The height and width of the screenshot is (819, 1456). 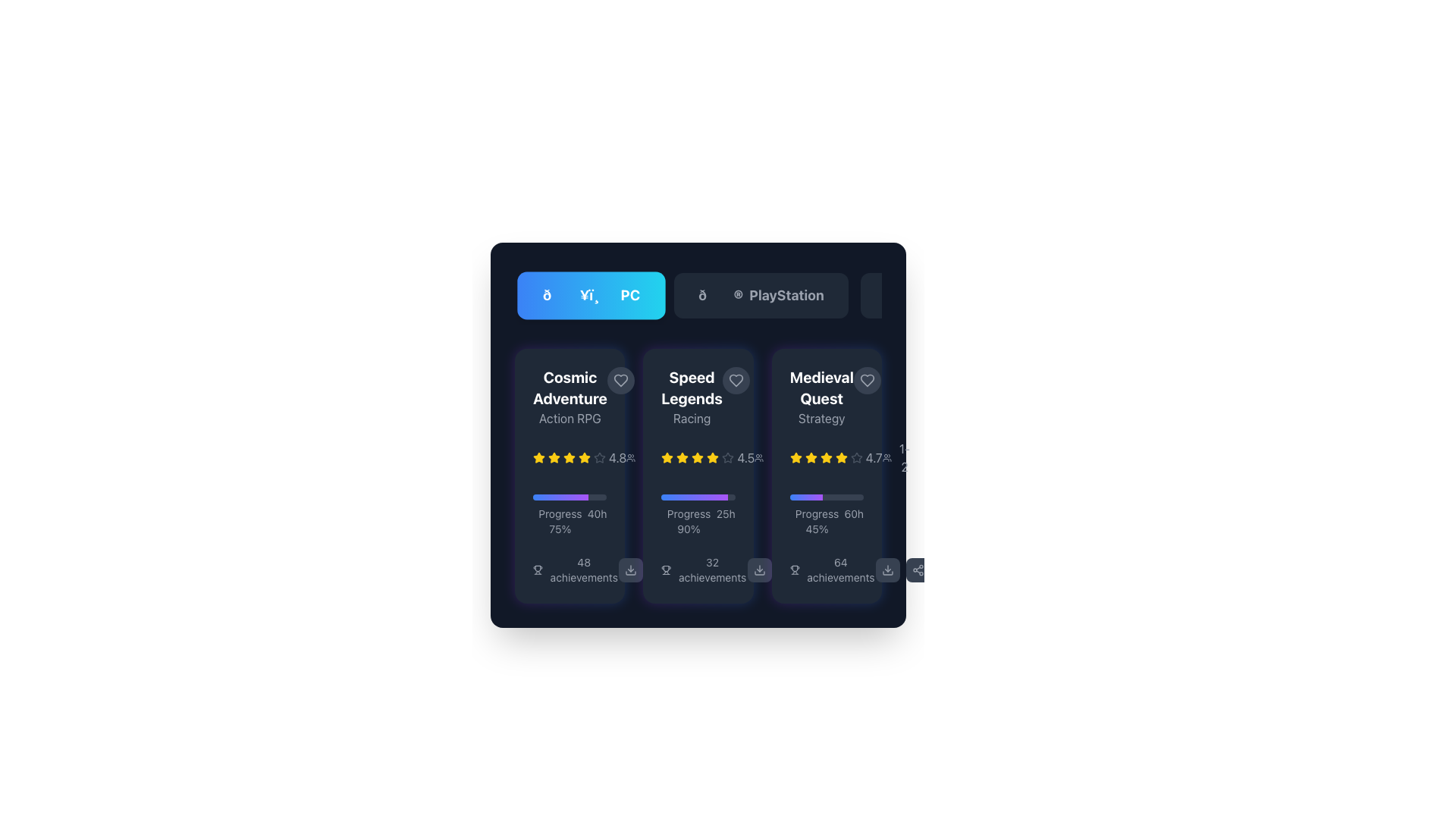 What do you see at coordinates (682, 457) in the screenshot?
I see `the highlighted SVG star element representing a rating in the second card of the user interface` at bounding box center [682, 457].